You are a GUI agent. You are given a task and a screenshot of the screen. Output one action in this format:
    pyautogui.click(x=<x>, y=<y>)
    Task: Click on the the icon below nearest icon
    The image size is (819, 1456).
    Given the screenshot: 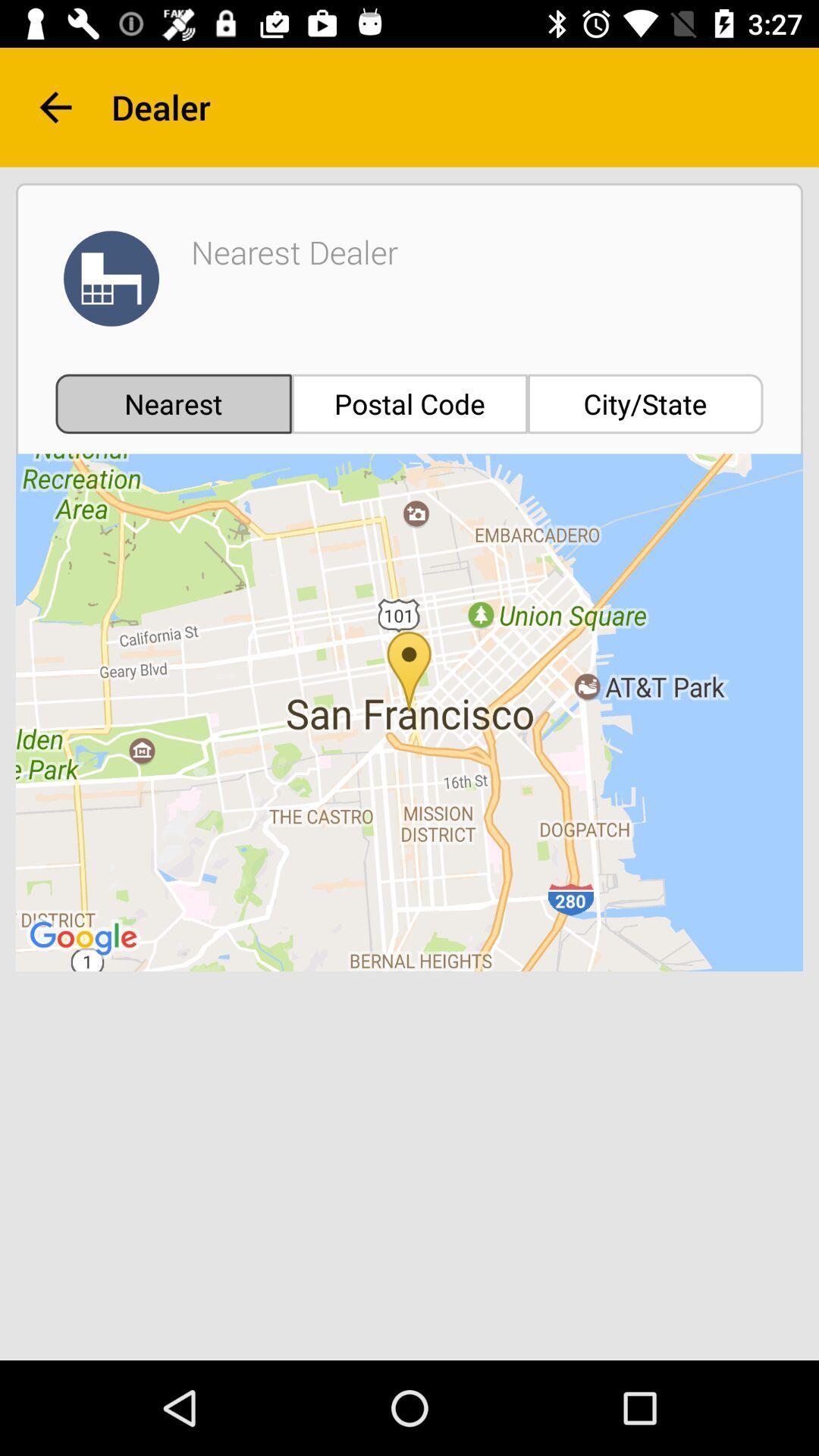 What is the action you would take?
    pyautogui.click(x=409, y=711)
    